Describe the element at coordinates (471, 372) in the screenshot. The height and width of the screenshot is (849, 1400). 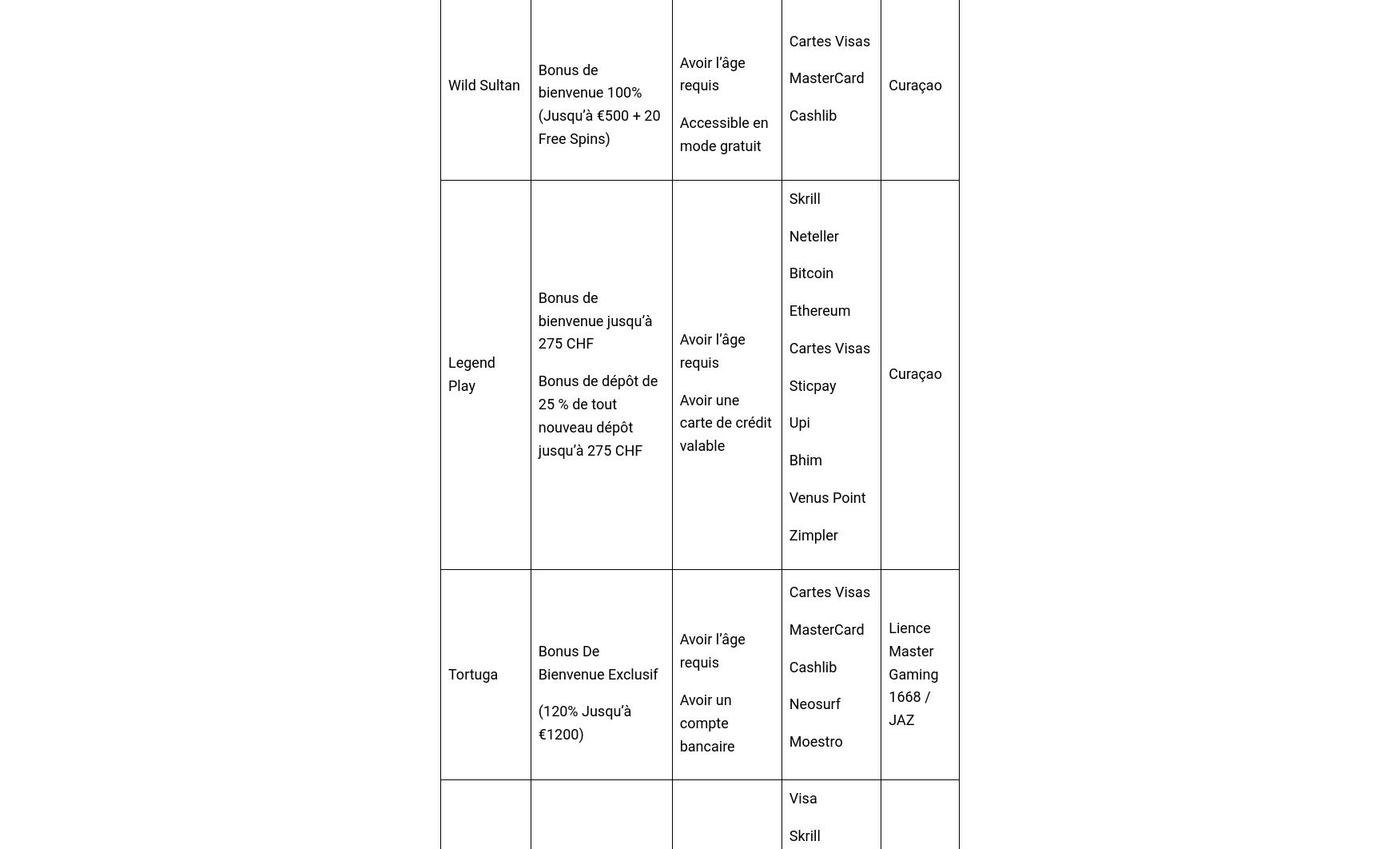
I see `'Legend Play'` at that location.